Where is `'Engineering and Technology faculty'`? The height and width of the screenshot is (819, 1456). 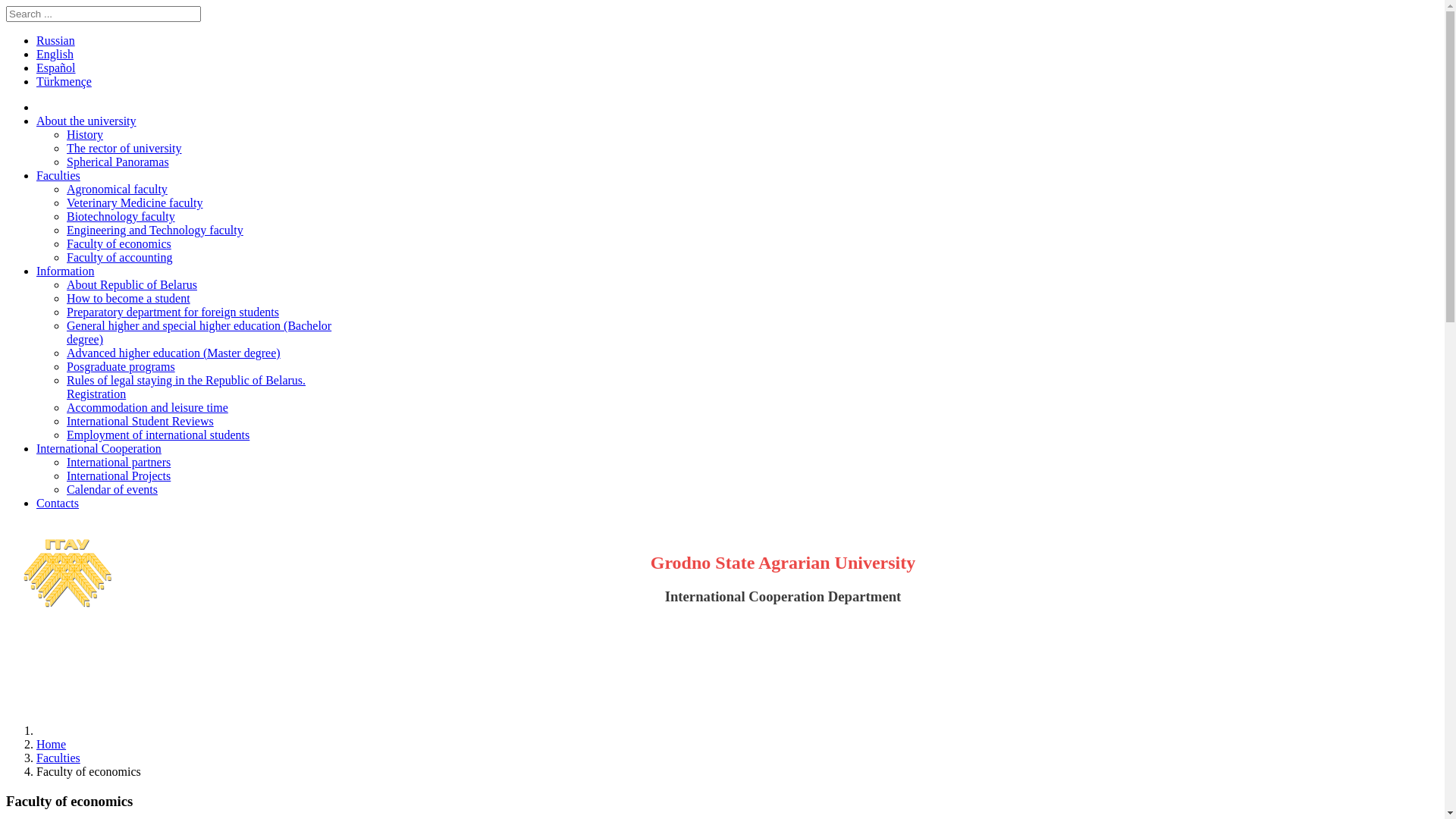
'Engineering and Technology faculty' is located at coordinates (155, 230).